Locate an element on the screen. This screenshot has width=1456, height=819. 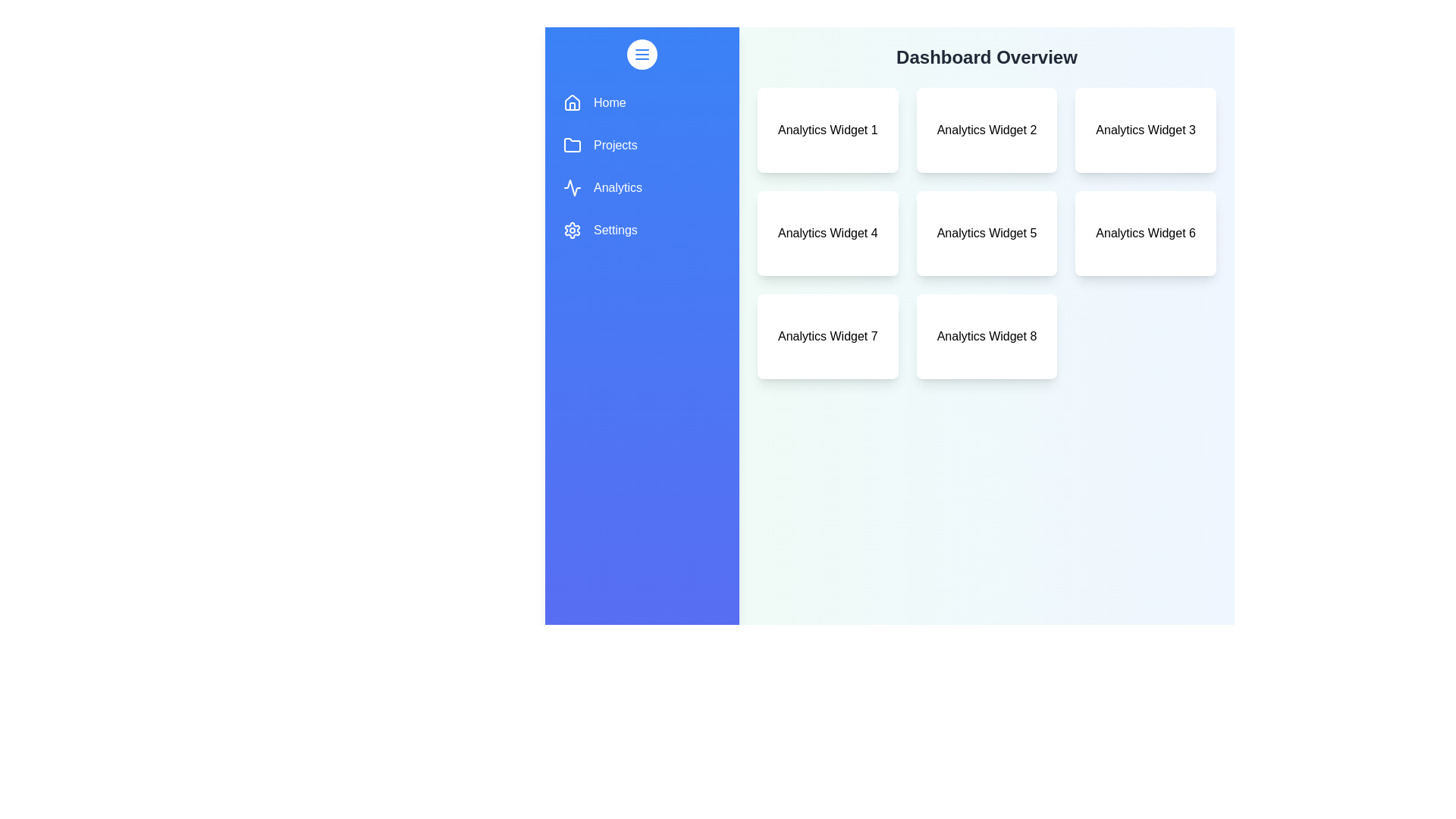
menu button to toggle the drawer's visibility is located at coordinates (642, 54).